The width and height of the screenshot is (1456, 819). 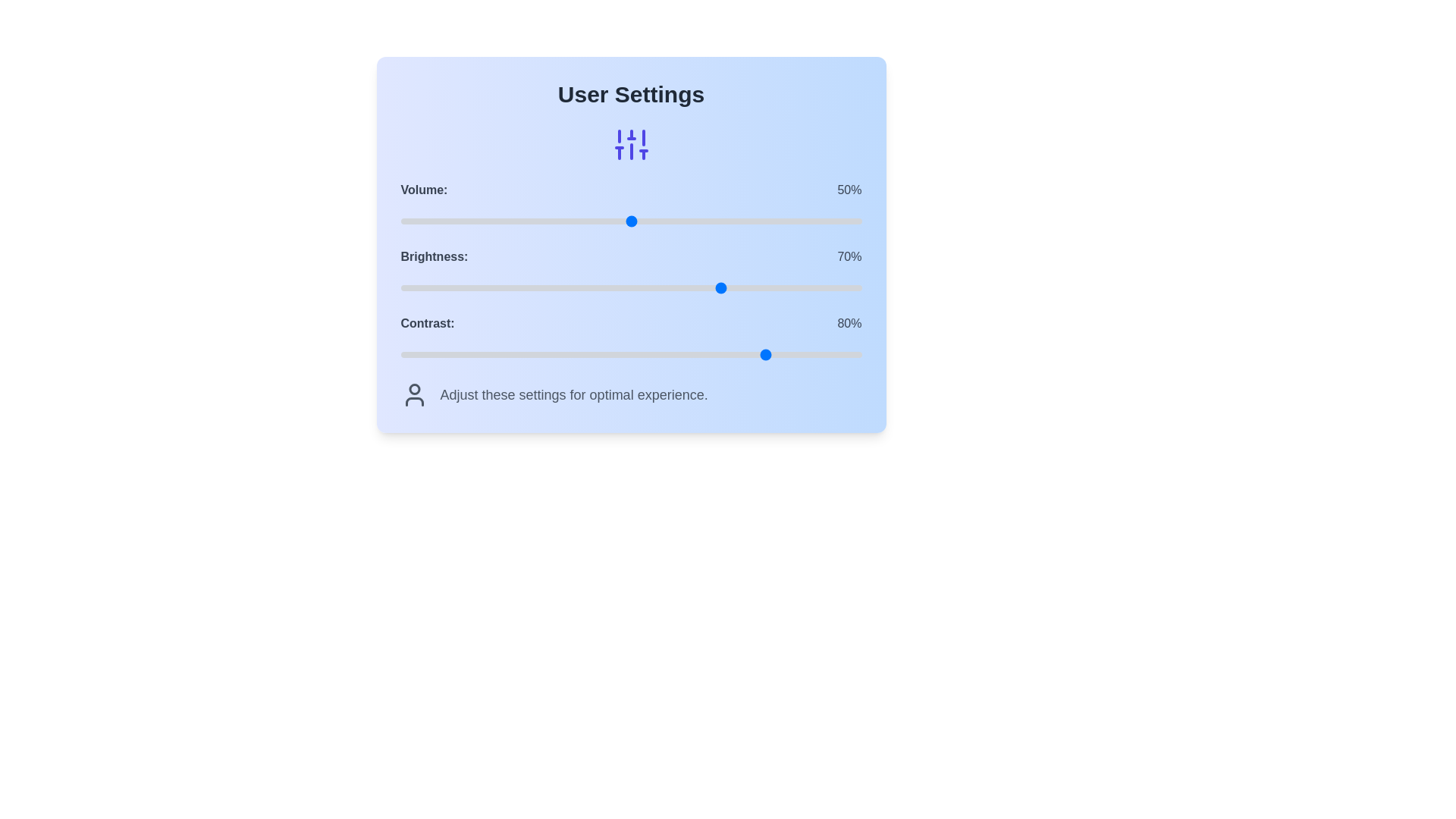 What do you see at coordinates (849, 323) in the screenshot?
I see `the static text element displaying the current contrast percentage, located on the right-hand side of the settings row, next to the 'Contrast:' label` at bounding box center [849, 323].